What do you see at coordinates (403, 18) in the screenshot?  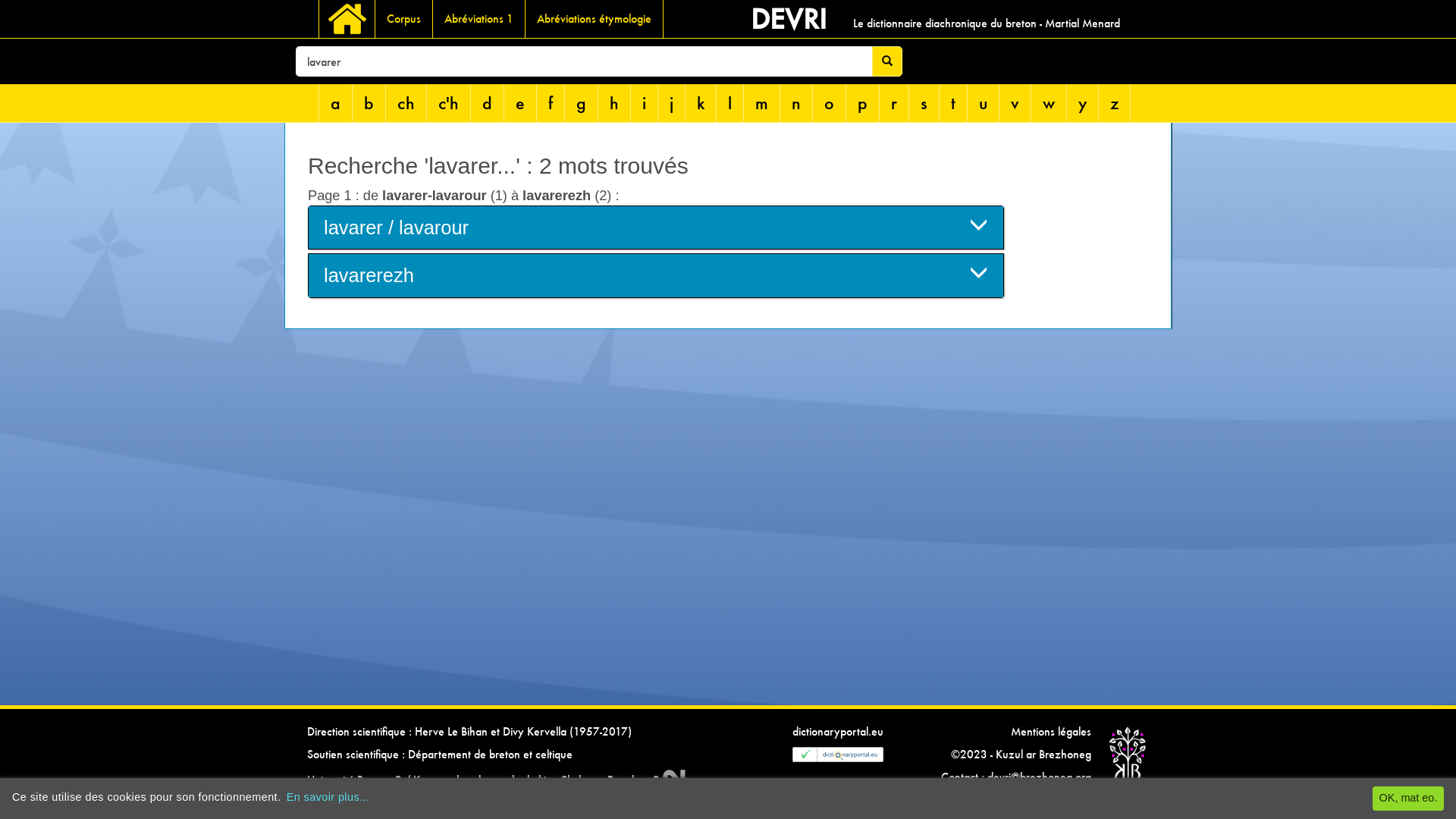 I see `'Corpus'` at bounding box center [403, 18].